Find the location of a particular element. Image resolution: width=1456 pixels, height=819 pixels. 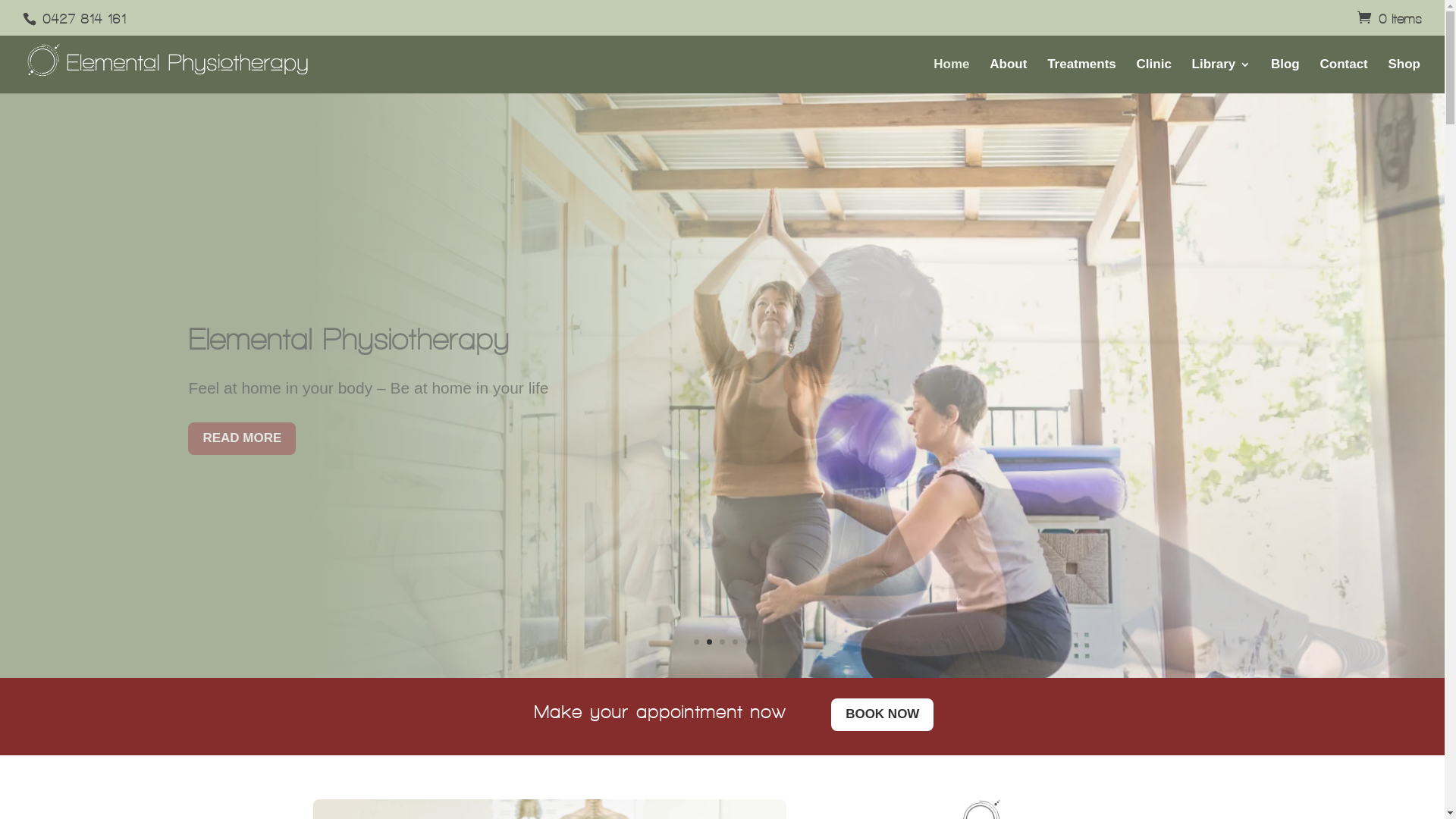

'BOOK NOW' is located at coordinates (830, 714).